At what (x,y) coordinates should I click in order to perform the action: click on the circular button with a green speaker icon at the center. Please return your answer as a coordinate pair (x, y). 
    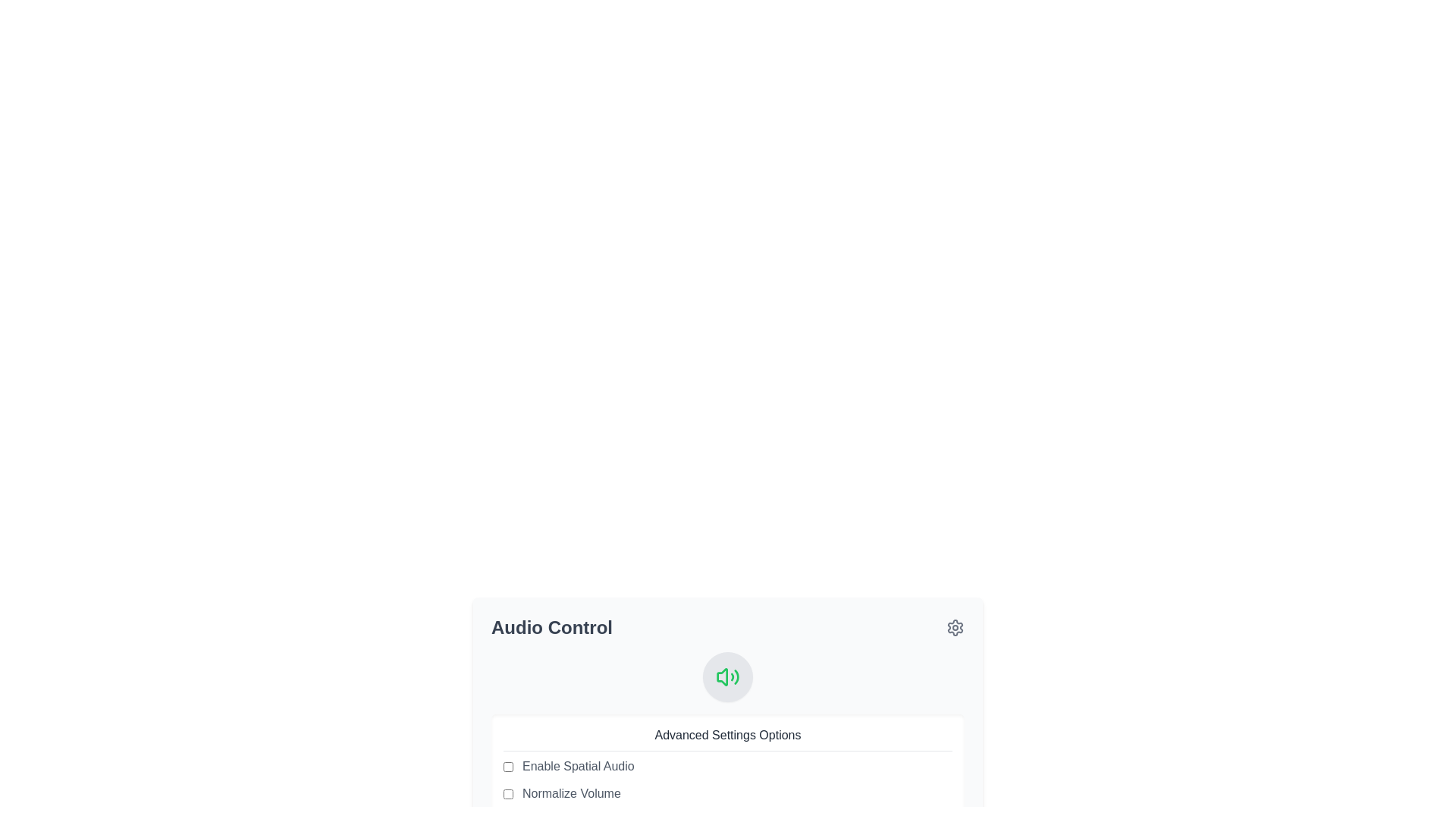
    Looking at the image, I should click on (728, 676).